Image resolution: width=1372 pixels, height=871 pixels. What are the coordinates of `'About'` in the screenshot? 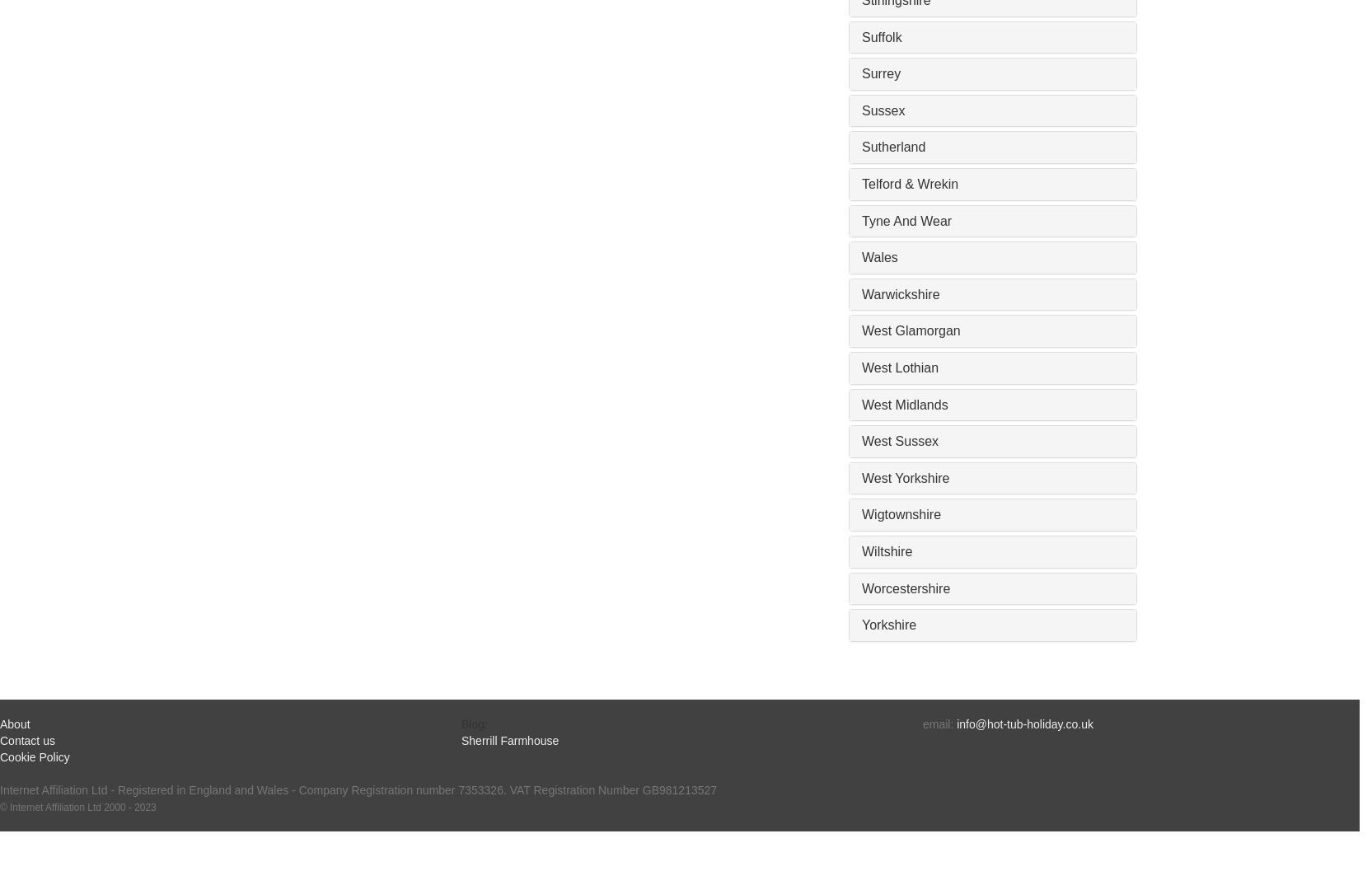 It's located at (13, 723).